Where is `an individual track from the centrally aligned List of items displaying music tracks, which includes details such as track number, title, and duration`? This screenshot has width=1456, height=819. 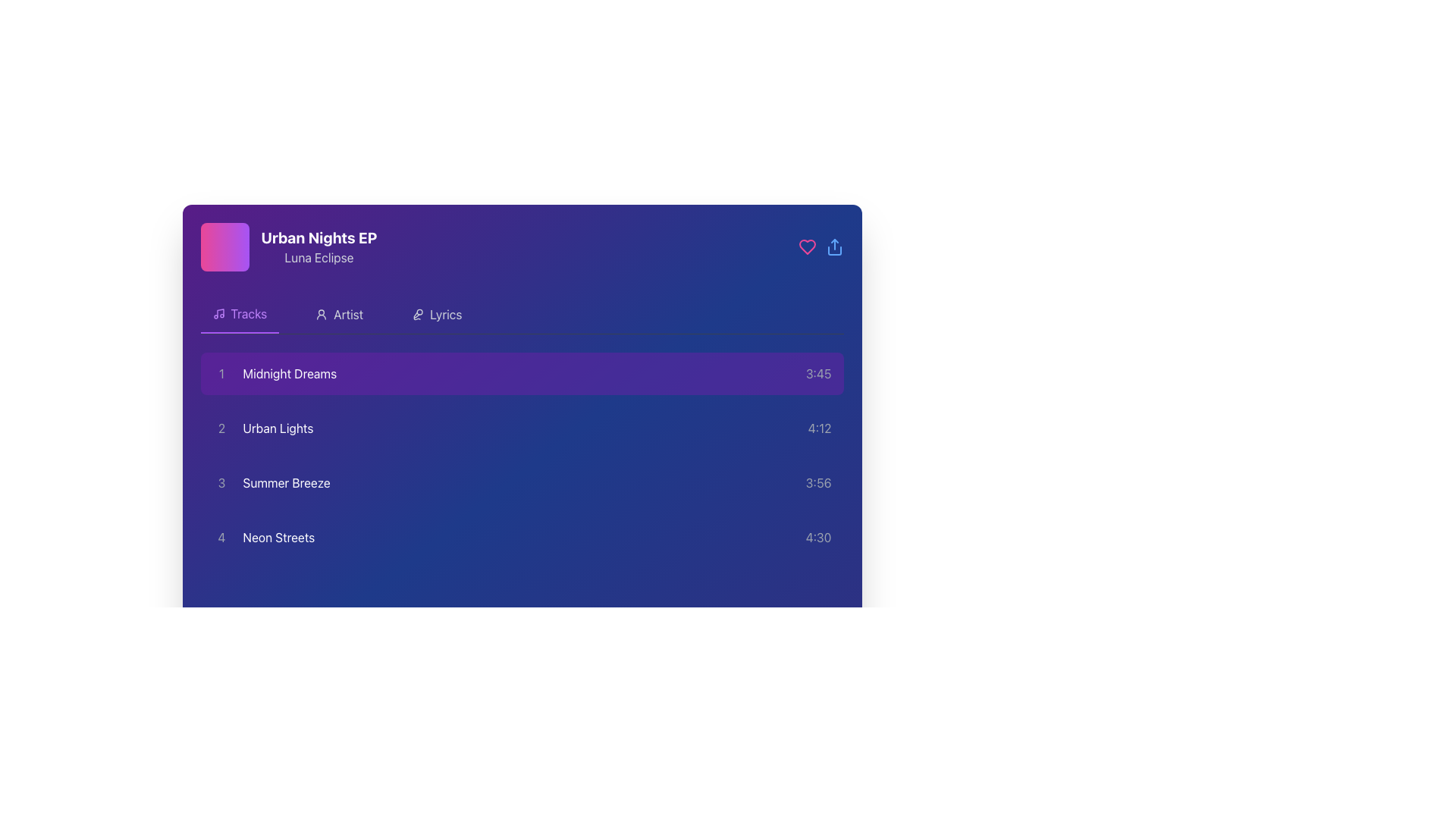 an individual track from the centrally aligned List of items displaying music tracks, which includes details such as track number, title, and duration is located at coordinates (522, 455).